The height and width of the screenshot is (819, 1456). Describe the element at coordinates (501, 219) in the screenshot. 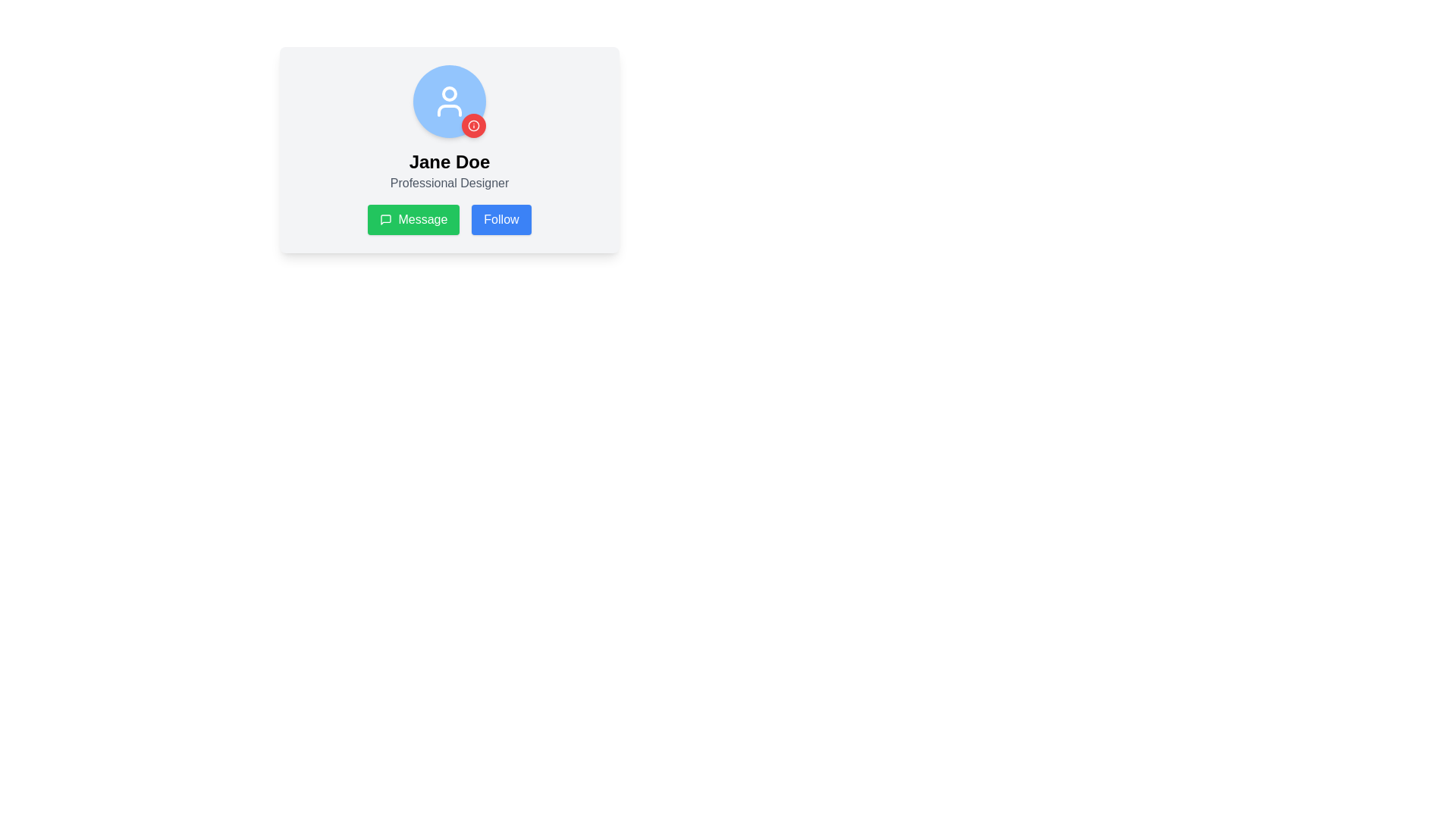

I see `the 'Follow' button located to the right of the green 'Message' button to follow the displayed profile` at that location.